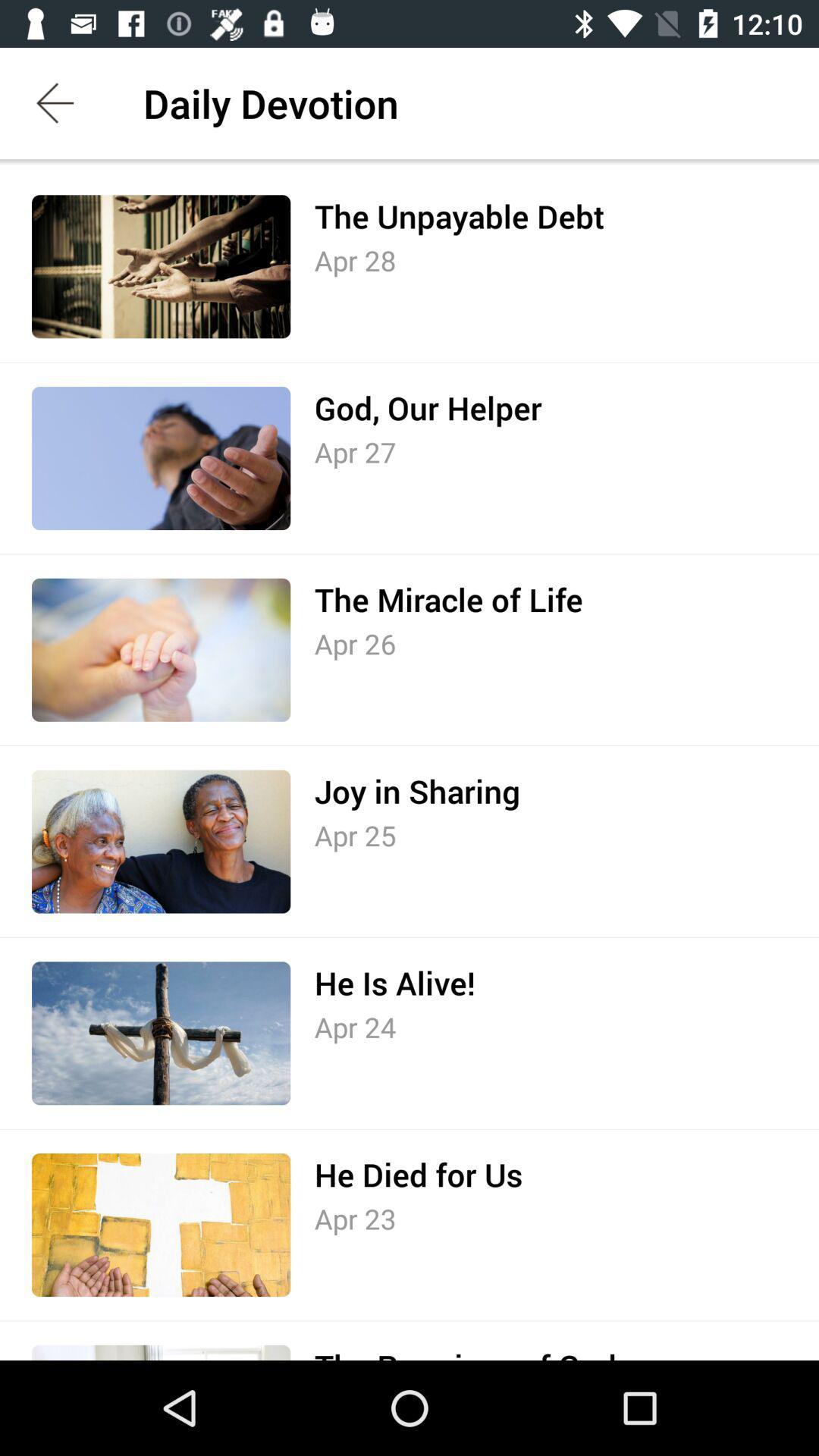  Describe the element at coordinates (394, 983) in the screenshot. I see `item above apr 24 icon` at that location.